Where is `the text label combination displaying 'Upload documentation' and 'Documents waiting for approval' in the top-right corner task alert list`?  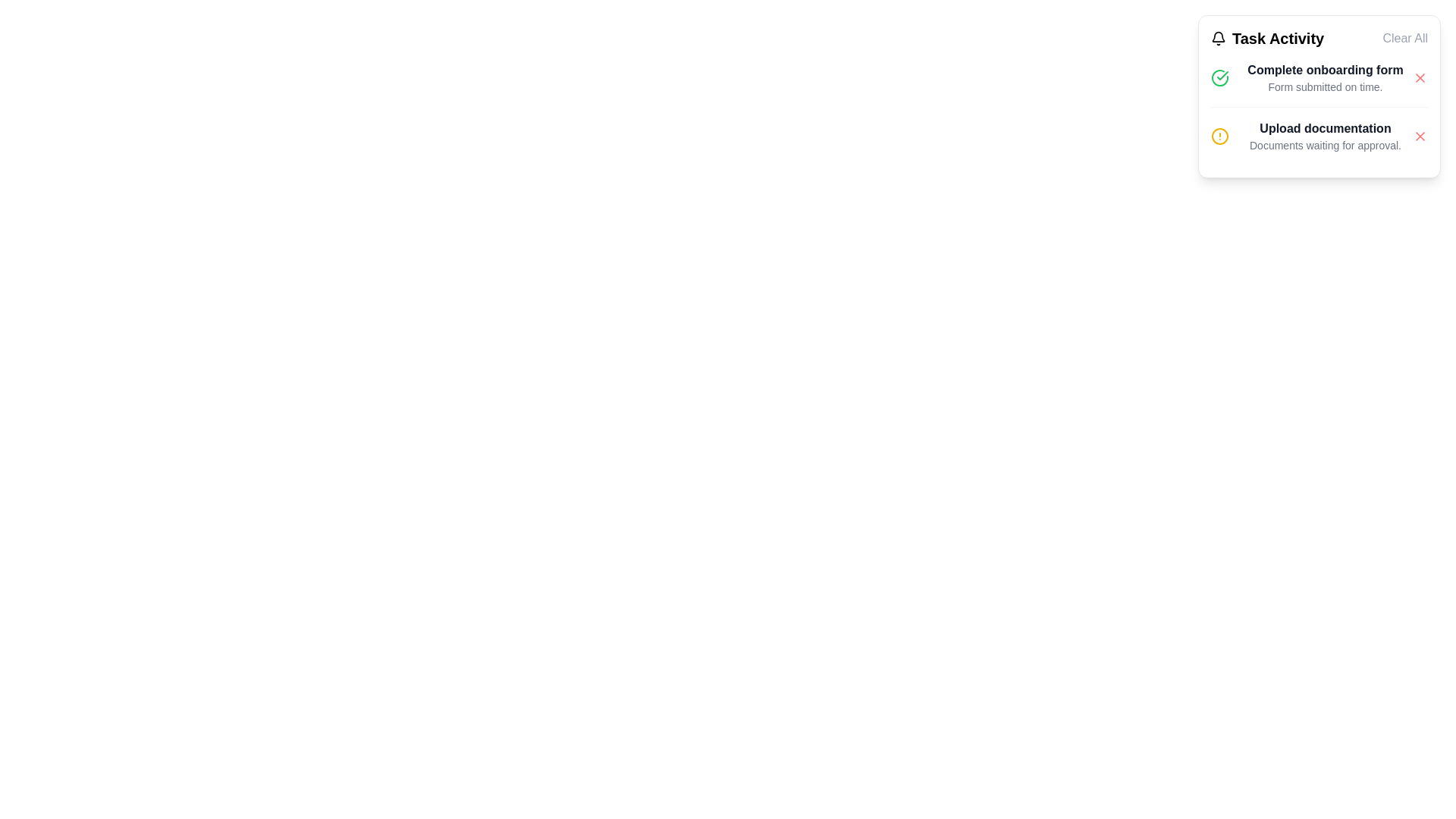 the text label combination displaying 'Upload documentation' and 'Documents waiting for approval' in the top-right corner task alert list is located at coordinates (1324, 136).